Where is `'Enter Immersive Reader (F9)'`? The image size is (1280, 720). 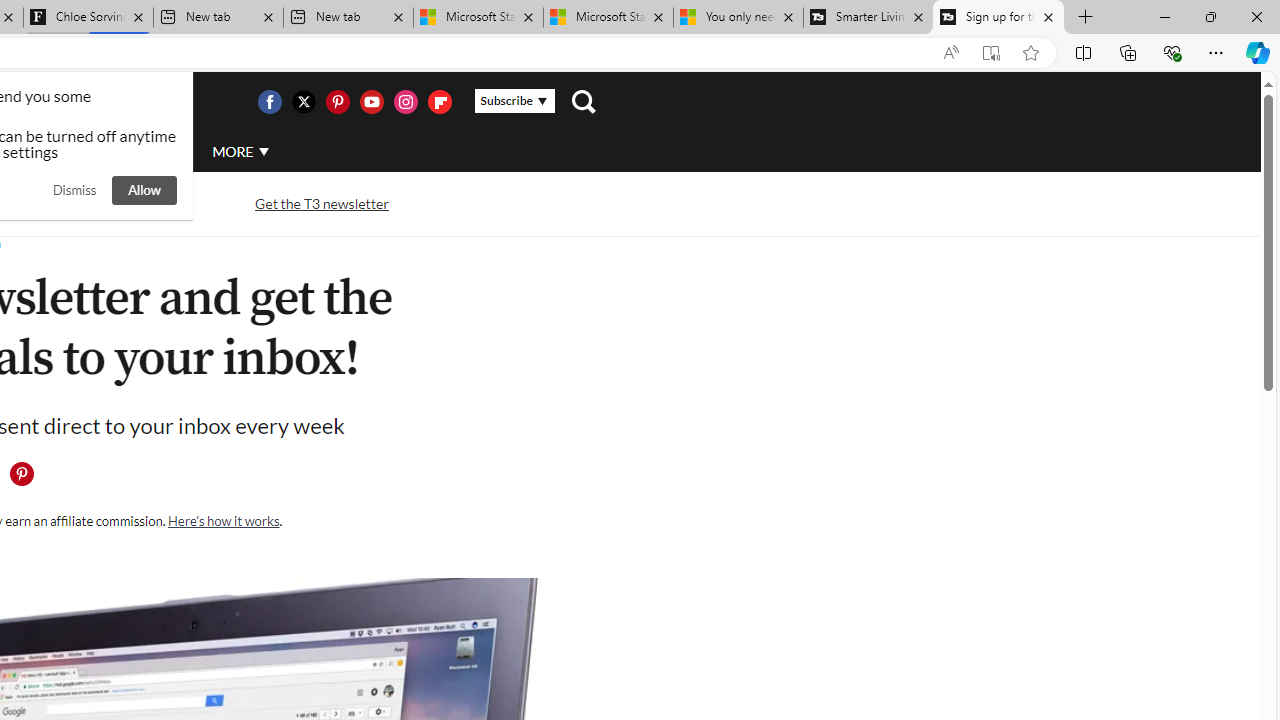
'Enter Immersive Reader (F9)' is located at coordinates (991, 52).